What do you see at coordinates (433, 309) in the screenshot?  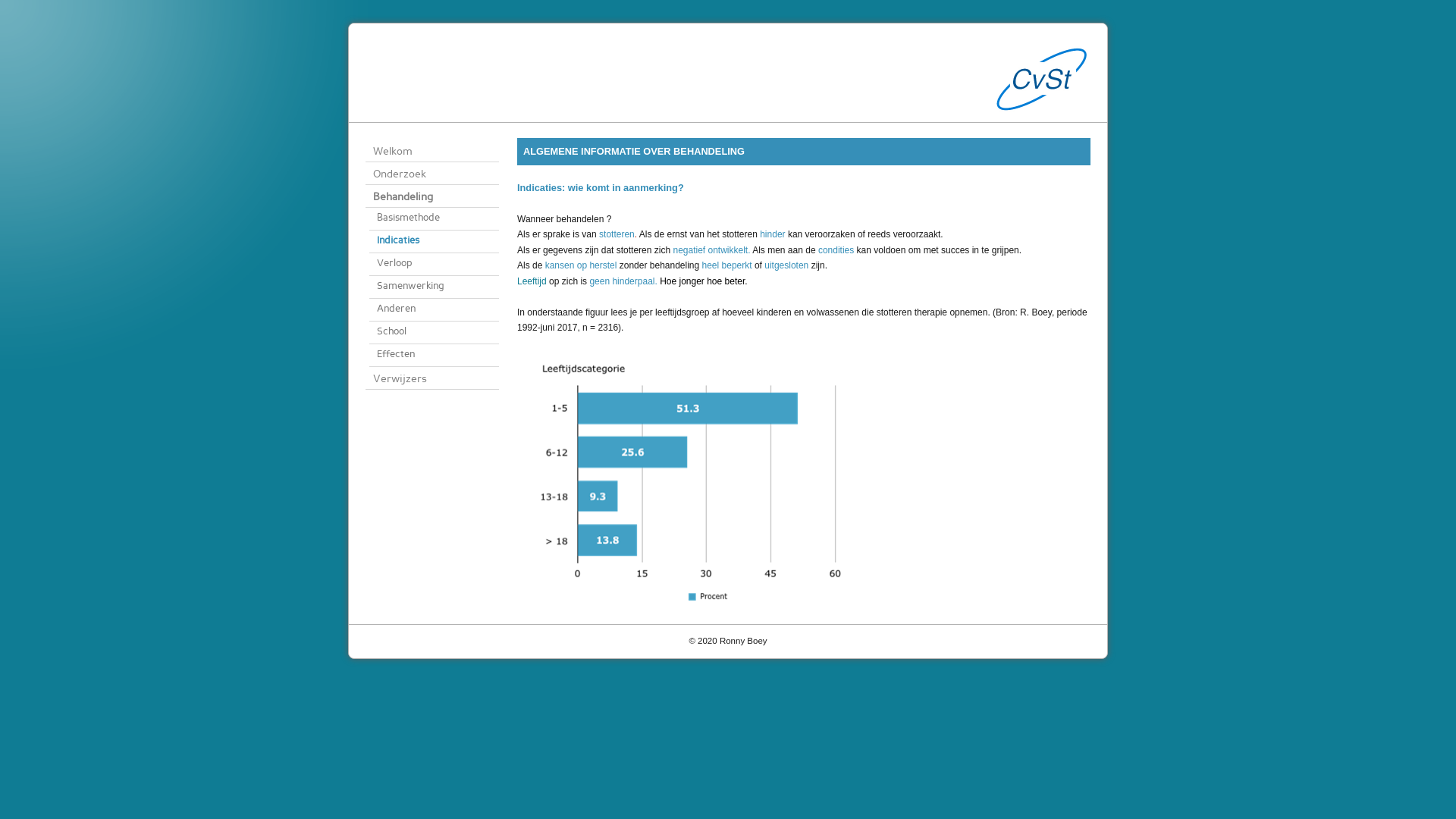 I see `'Anderen'` at bounding box center [433, 309].